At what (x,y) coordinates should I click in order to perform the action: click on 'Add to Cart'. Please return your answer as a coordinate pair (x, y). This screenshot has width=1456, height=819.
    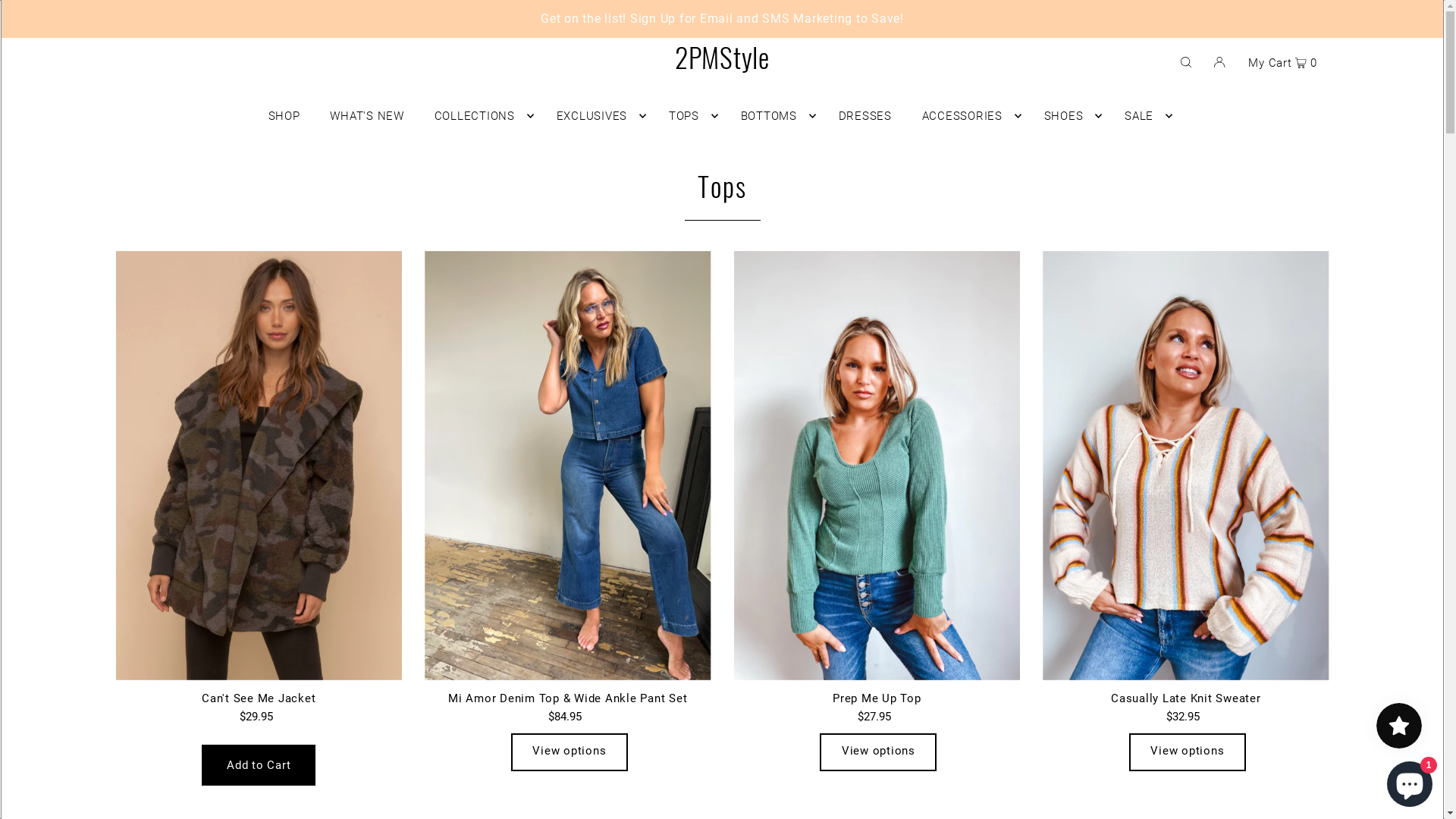
    Looking at the image, I should click on (258, 765).